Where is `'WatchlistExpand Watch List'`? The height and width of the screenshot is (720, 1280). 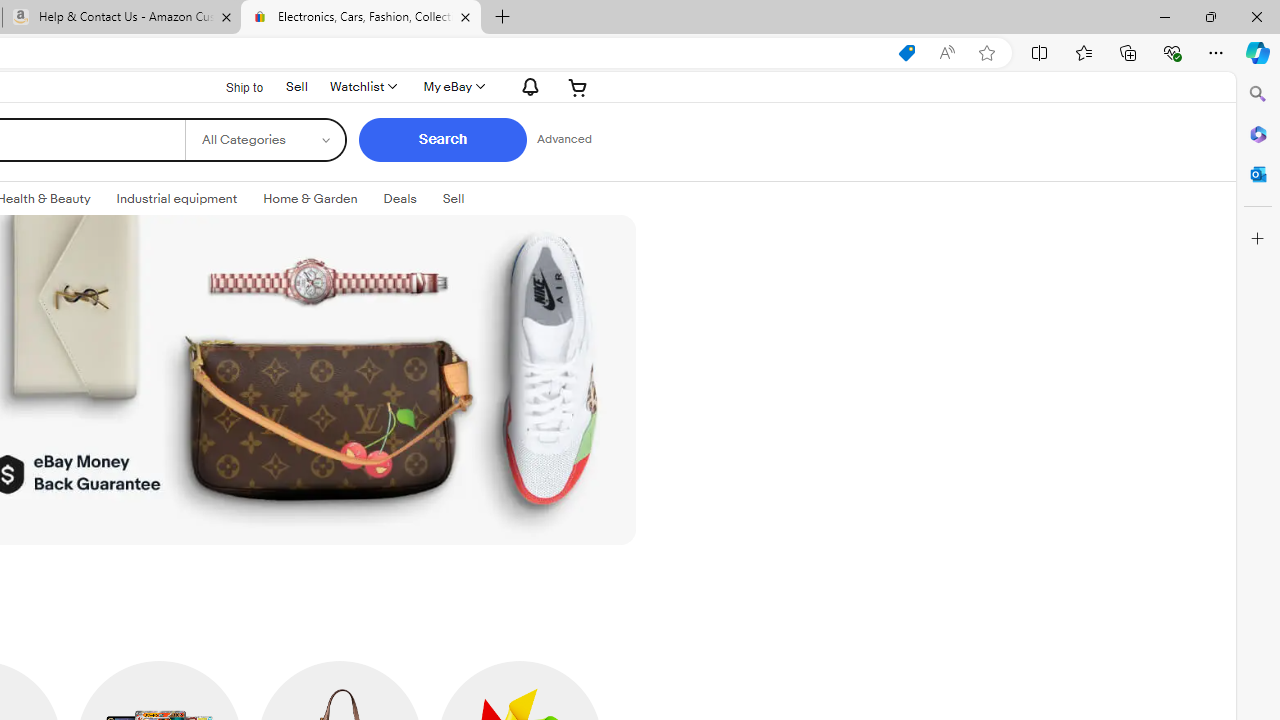
'WatchlistExpand Watch List' is located at coordinates (362, 86).